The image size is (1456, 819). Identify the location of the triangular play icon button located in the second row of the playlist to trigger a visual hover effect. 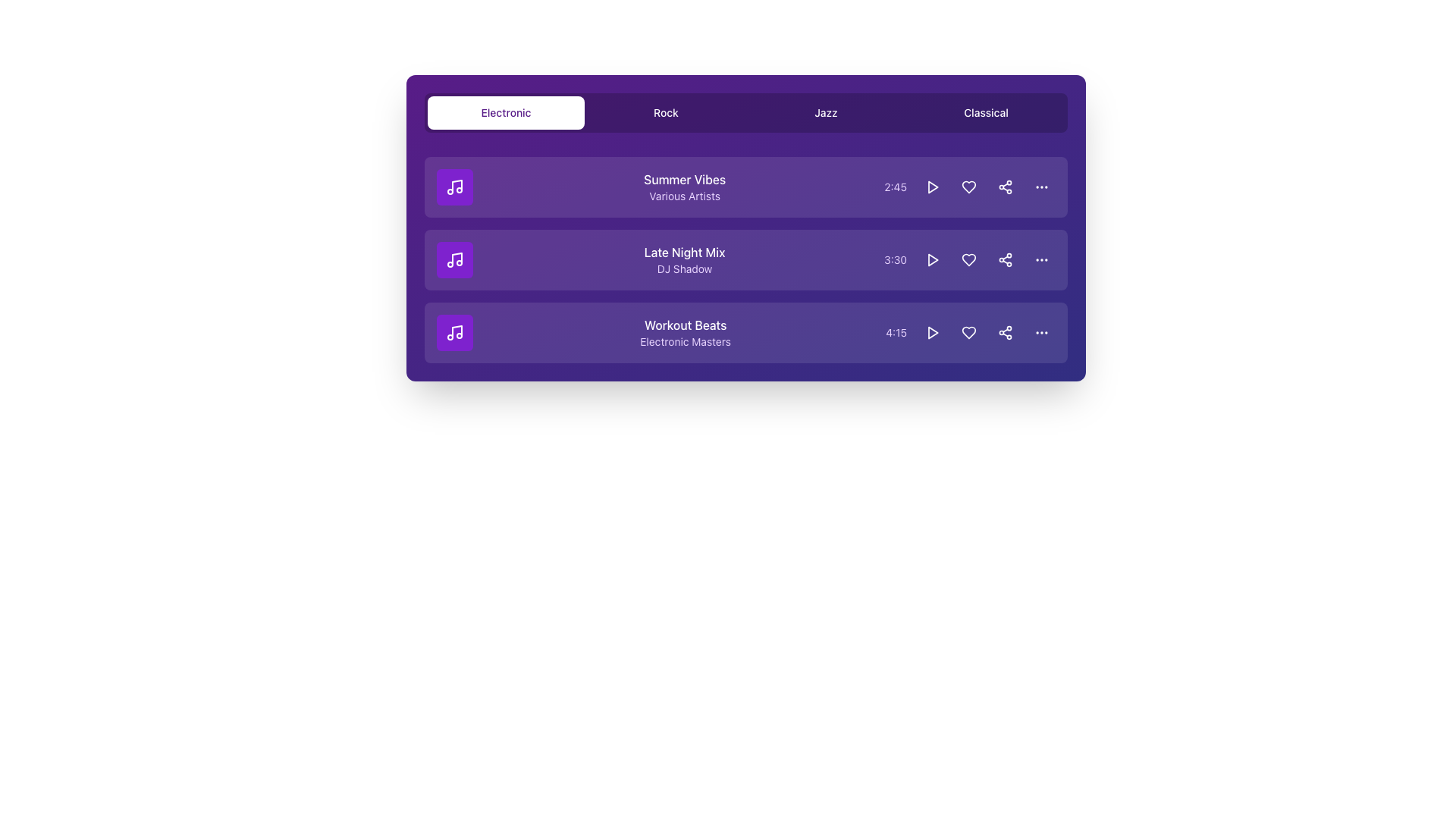
(931, 259).